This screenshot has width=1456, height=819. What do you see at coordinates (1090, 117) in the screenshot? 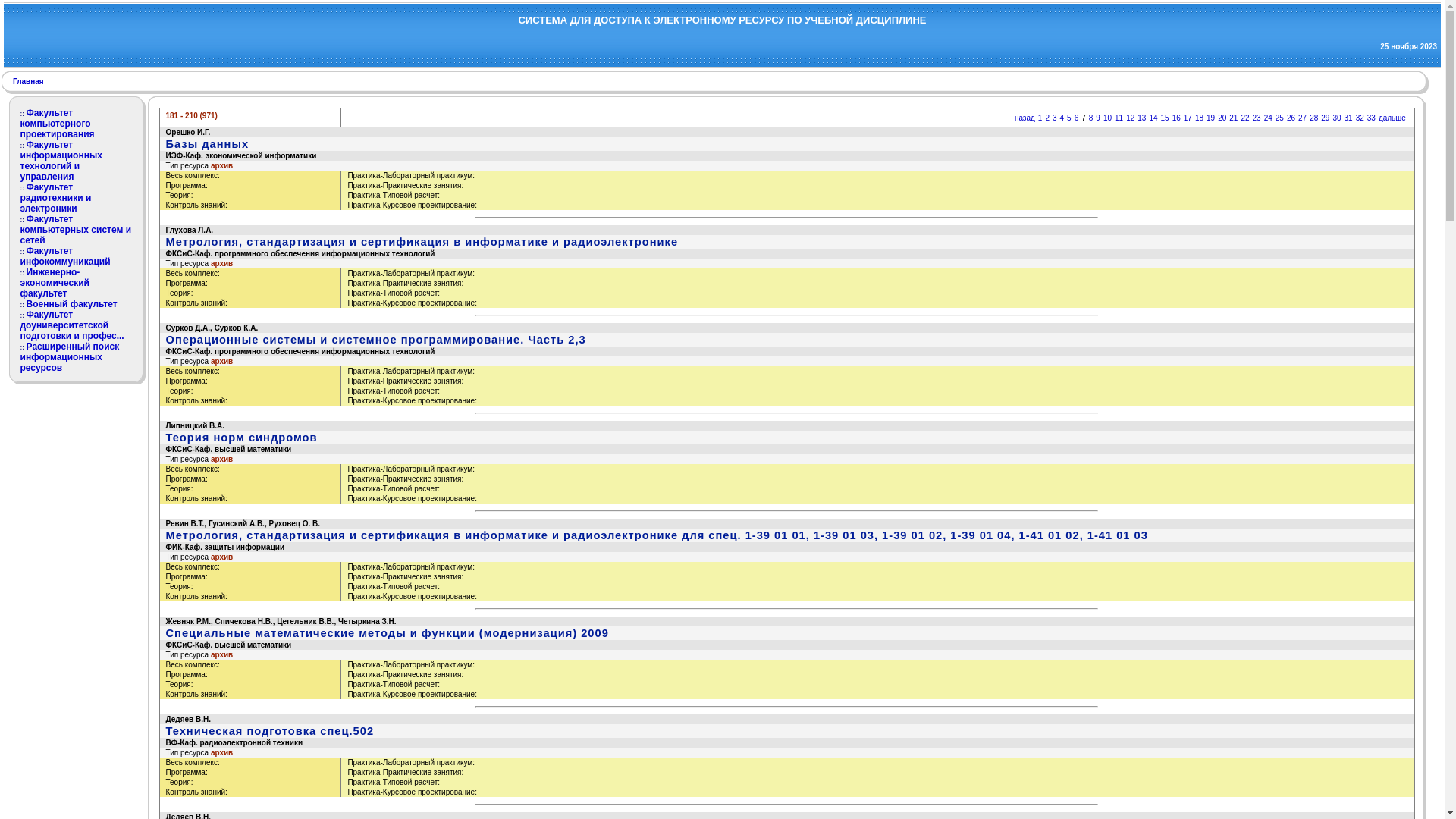
I see `'8'` at bounding box center [1090, 117].